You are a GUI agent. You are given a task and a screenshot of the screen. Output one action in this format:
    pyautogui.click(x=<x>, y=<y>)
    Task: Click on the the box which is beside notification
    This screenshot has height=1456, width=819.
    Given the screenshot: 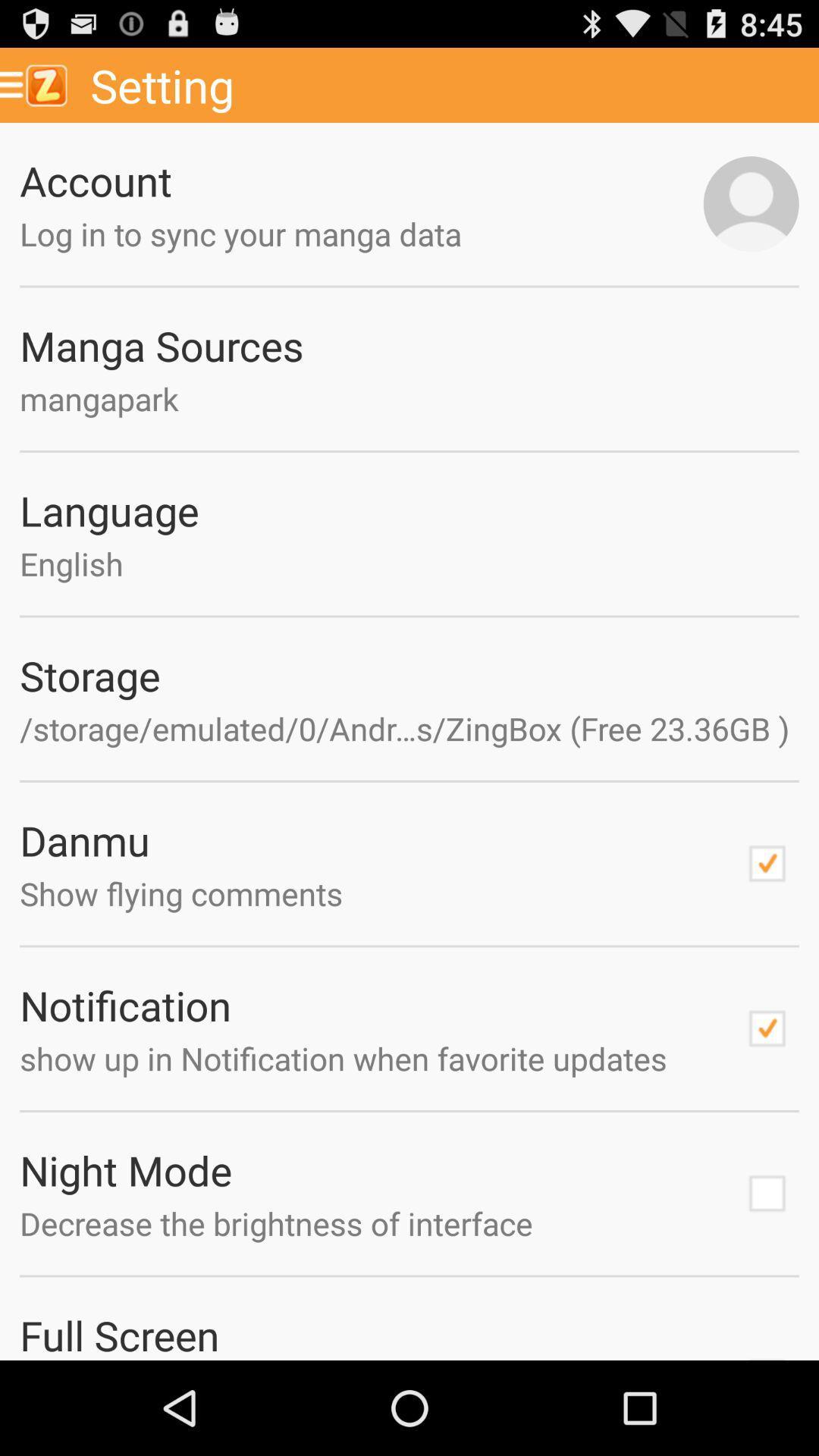 What is the action you would take?
    pyautogui.click(x=767, y=1029)
    